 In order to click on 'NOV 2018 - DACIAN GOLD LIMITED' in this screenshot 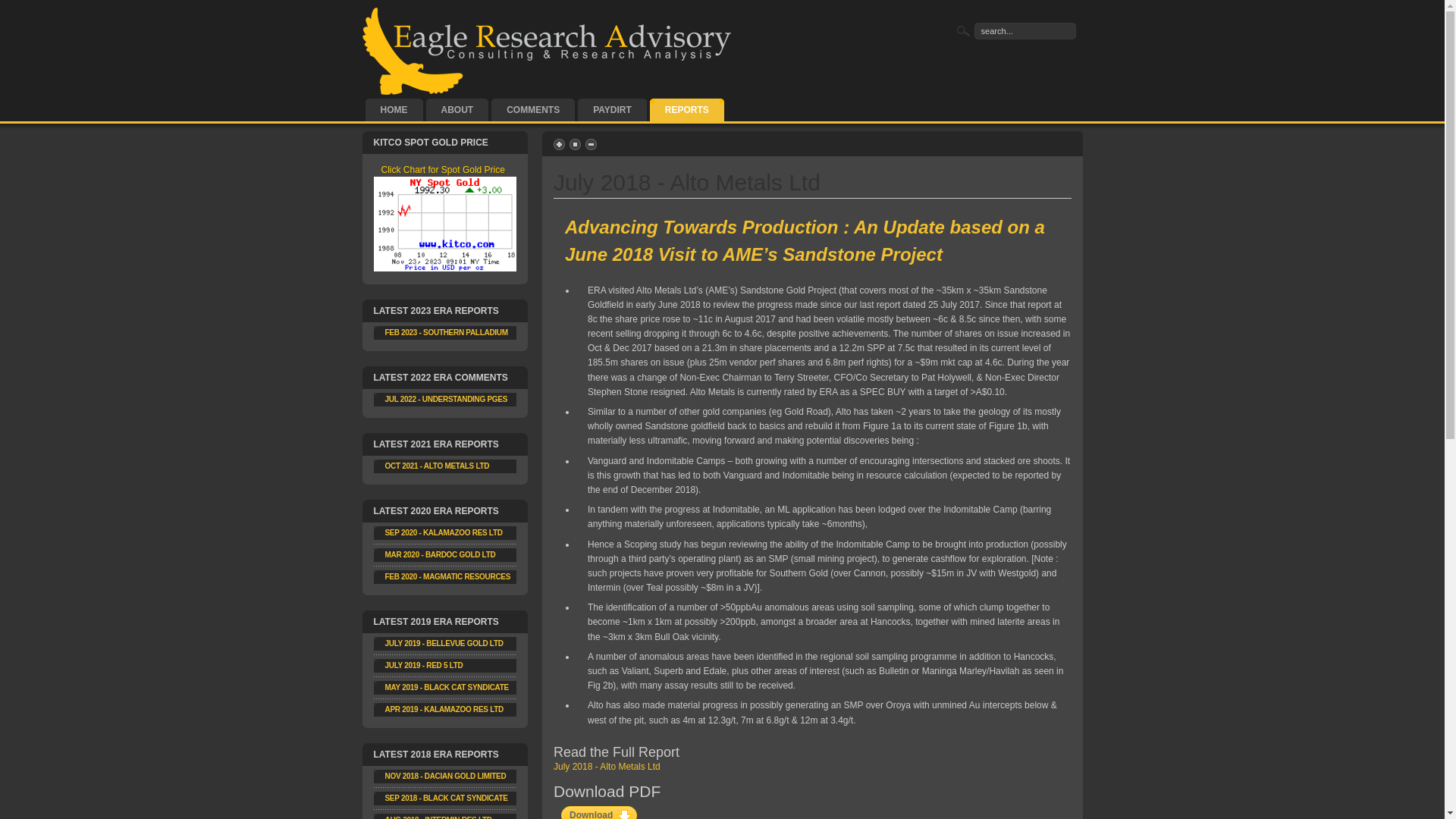, I will do `click(445, 776)`.